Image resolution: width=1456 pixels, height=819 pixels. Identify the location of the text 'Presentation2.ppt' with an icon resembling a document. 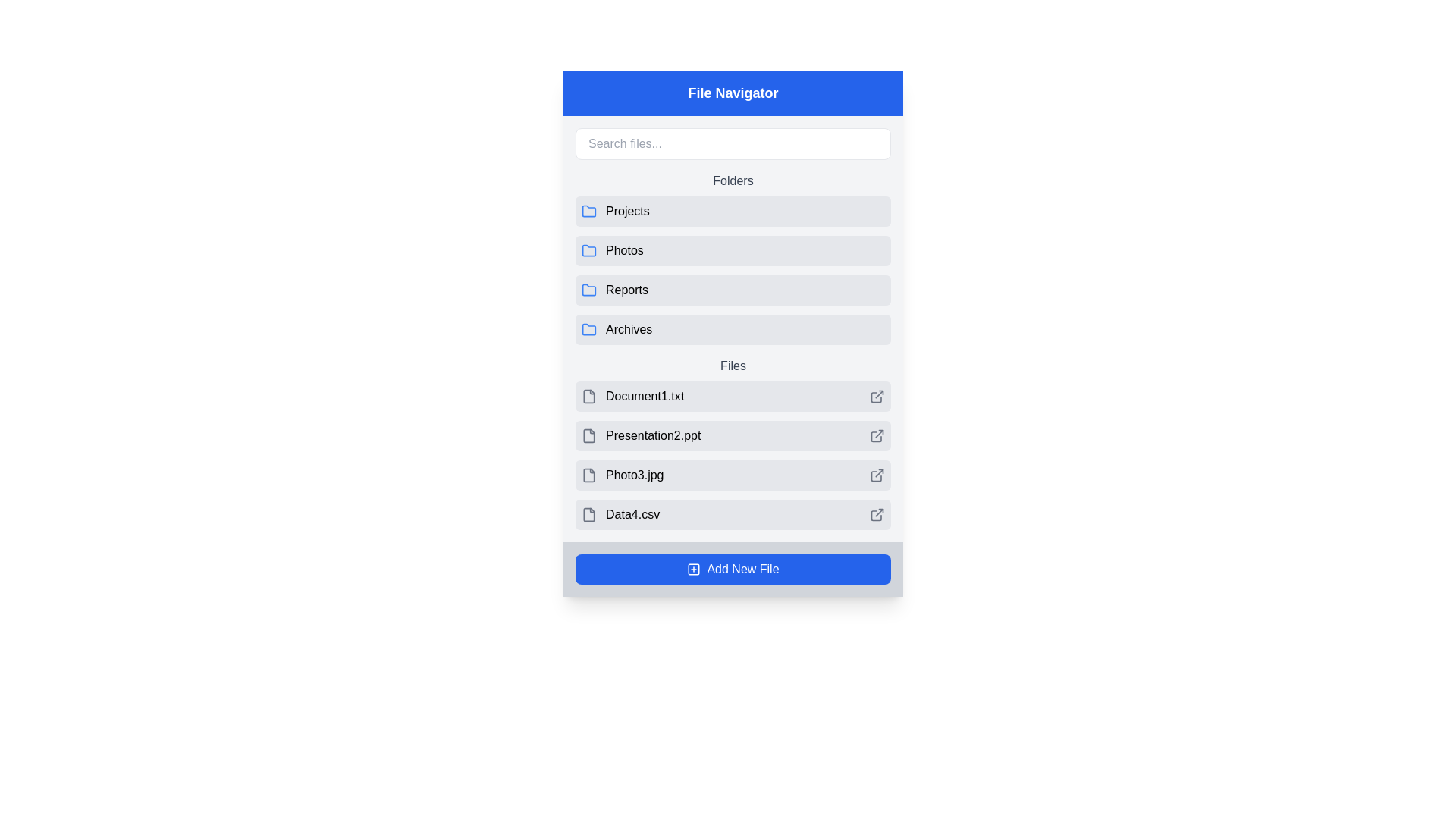
(641, 435).